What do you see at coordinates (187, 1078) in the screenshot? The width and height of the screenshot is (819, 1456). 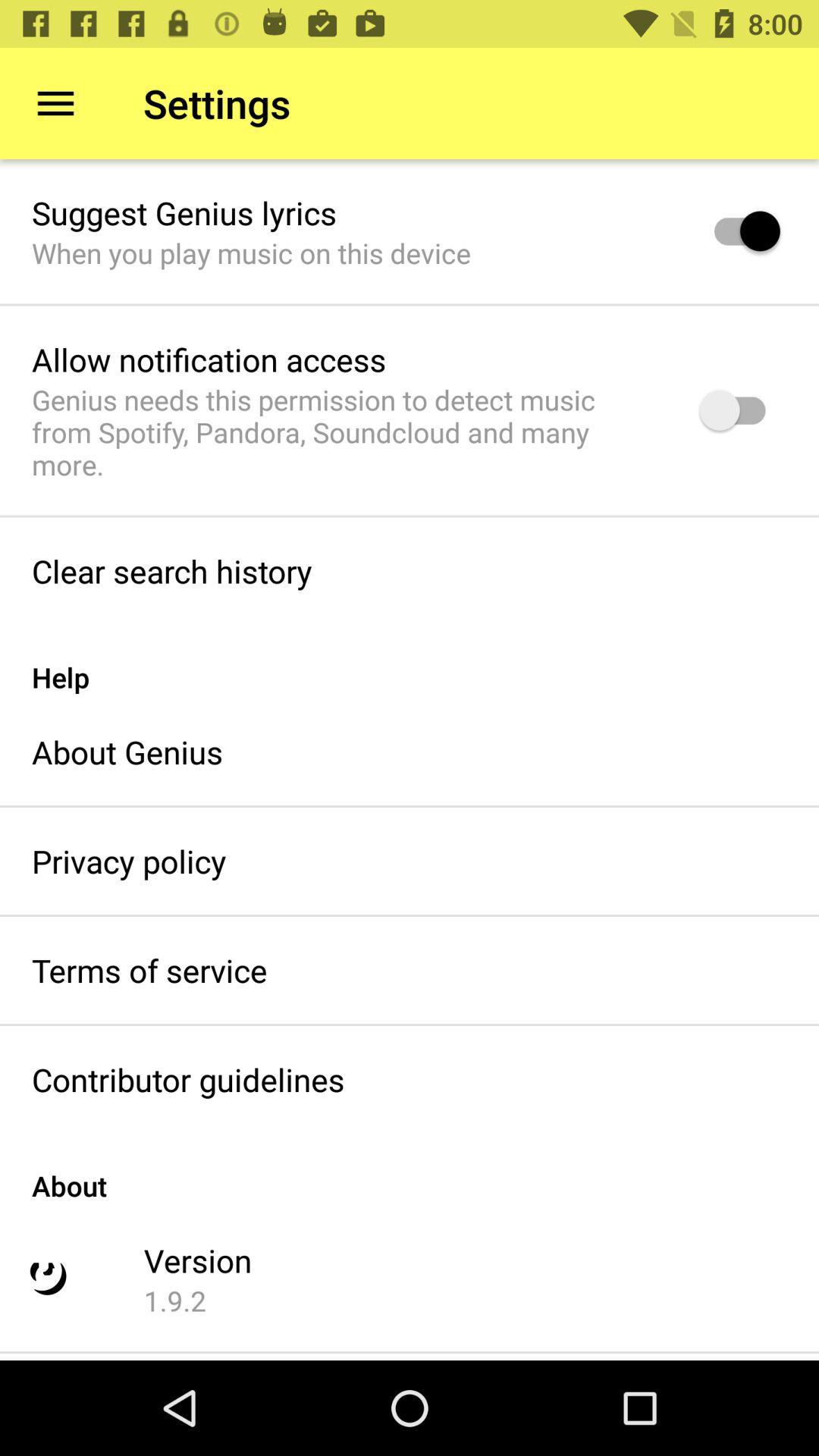 I see `contributor guidelines item` at bounding box center [187, 1078].